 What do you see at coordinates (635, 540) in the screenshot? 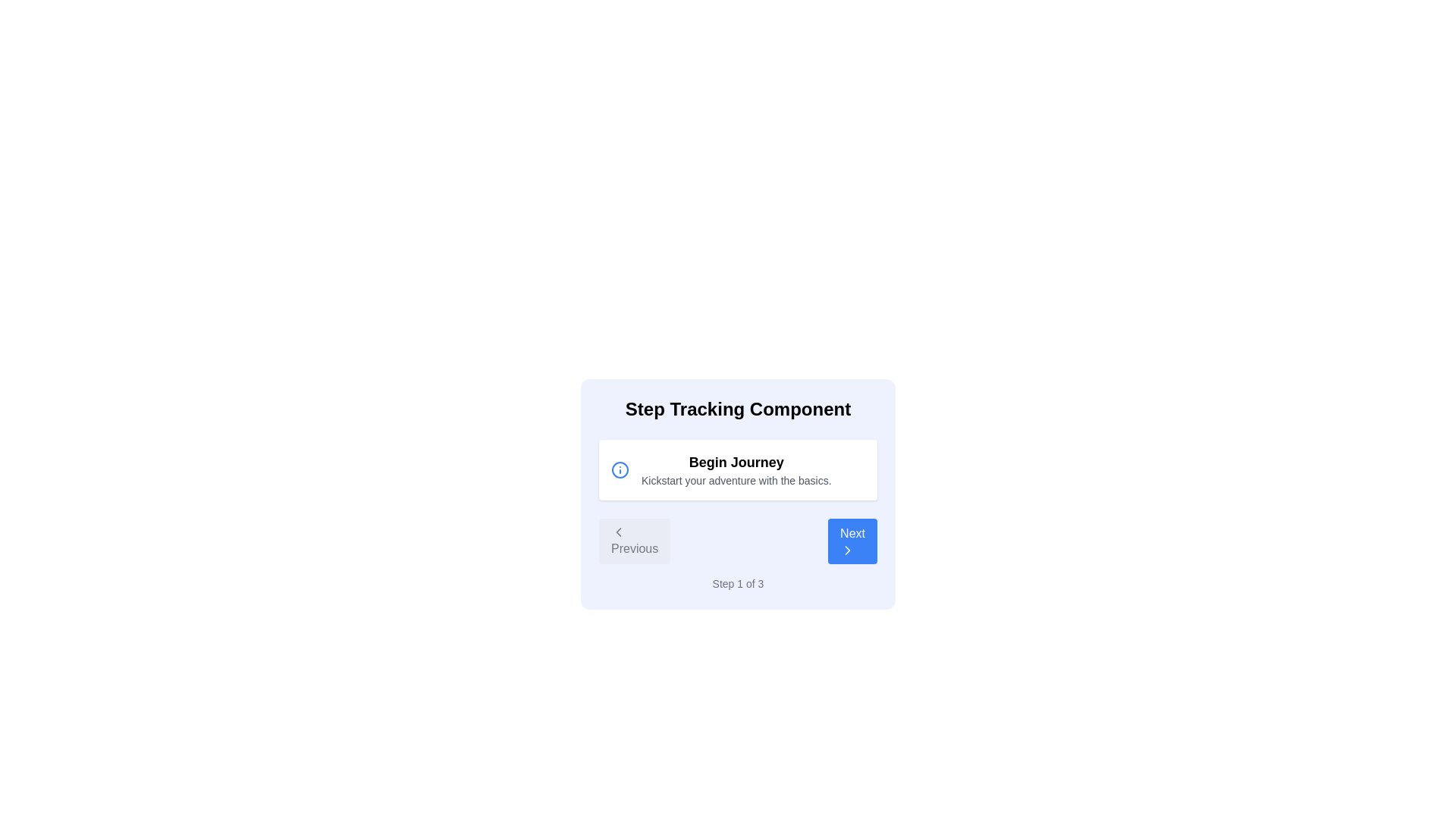
I see `the previous step navigation button located at the bottom left of the step tracking component for keyboard navigation` at bounding box center [635, 540].